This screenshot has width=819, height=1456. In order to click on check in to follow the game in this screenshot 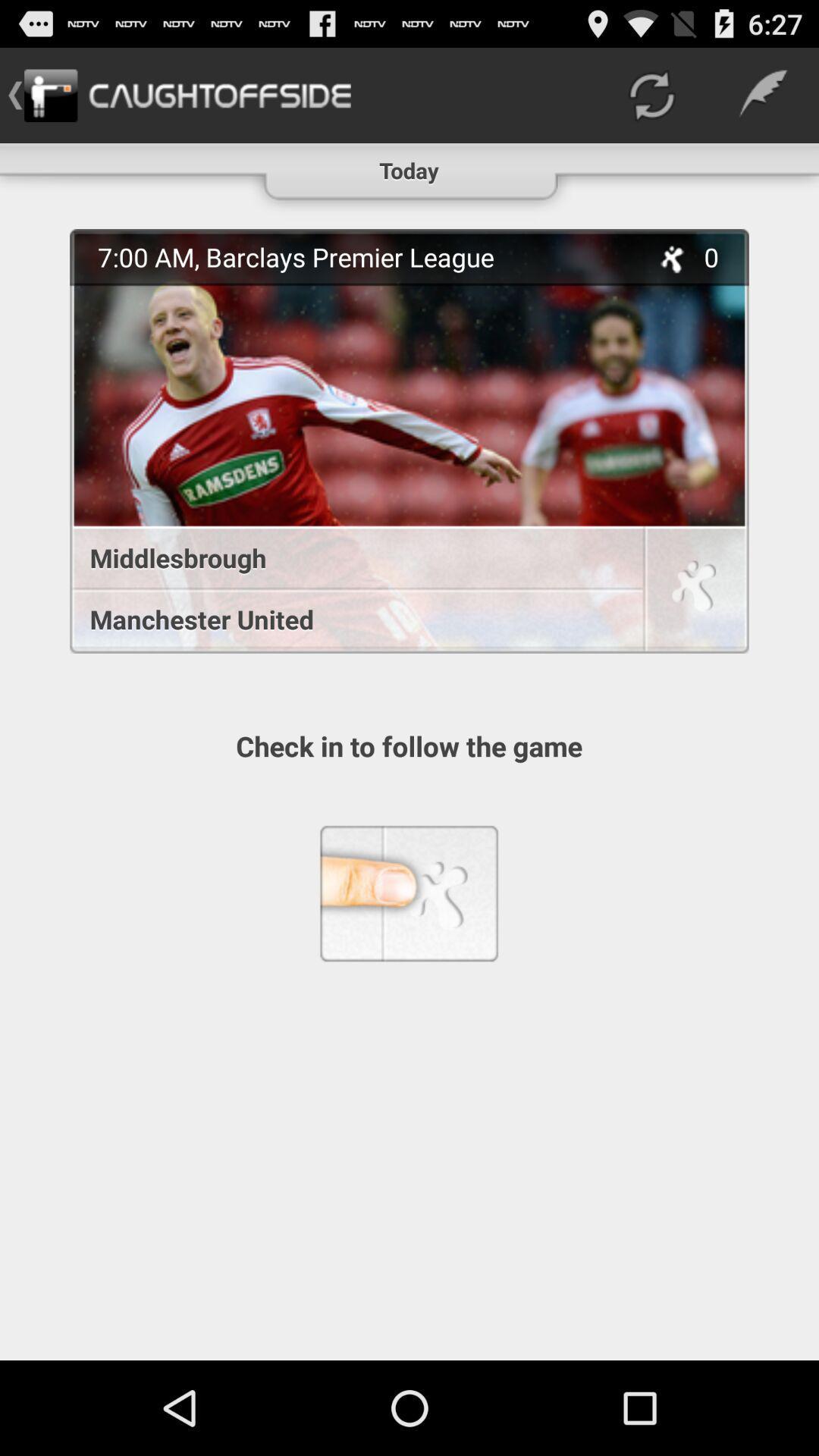, I will do `click(694, 591)`.